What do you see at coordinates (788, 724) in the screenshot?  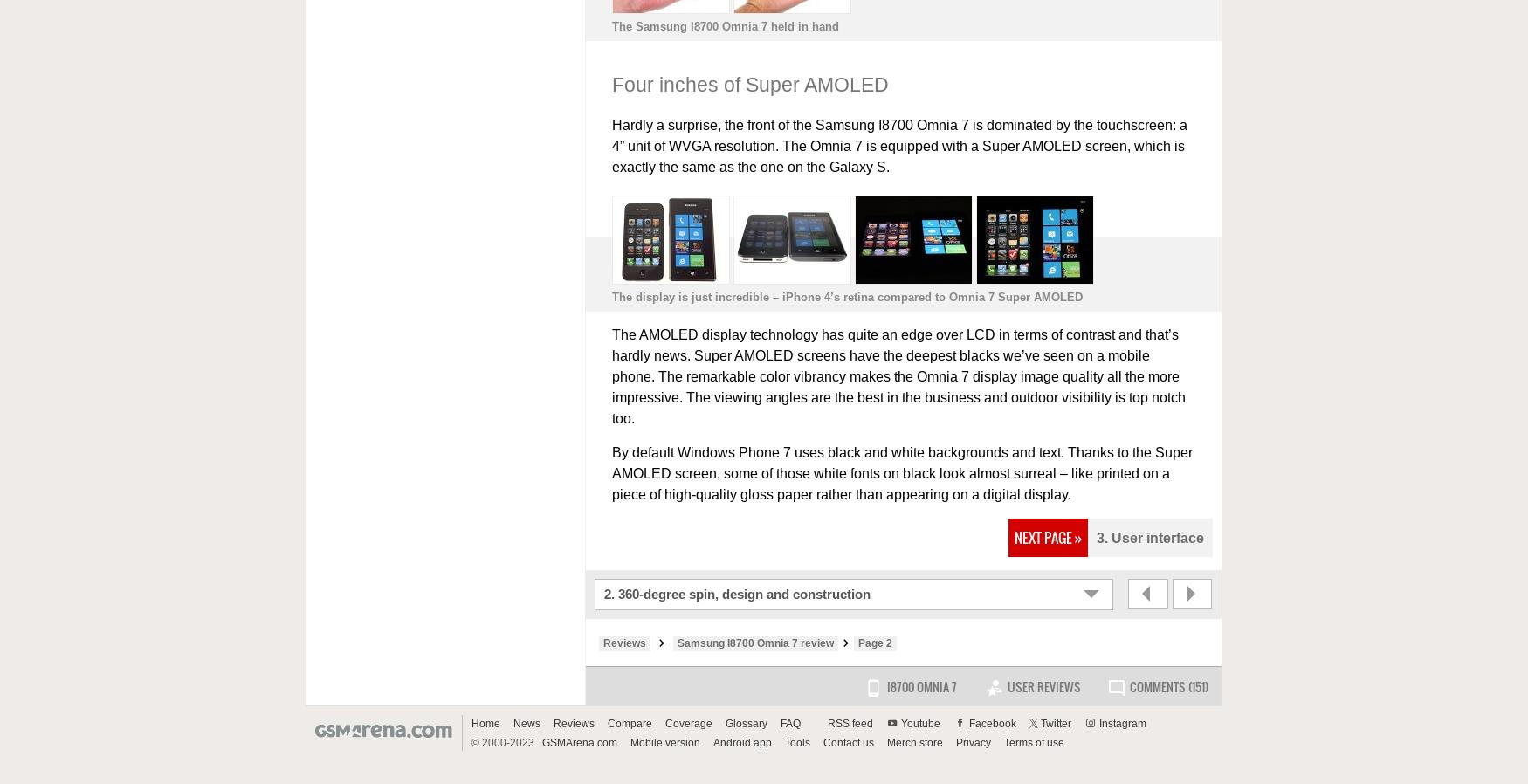 I see `'FAQ'` at bounding box center [788, 724].